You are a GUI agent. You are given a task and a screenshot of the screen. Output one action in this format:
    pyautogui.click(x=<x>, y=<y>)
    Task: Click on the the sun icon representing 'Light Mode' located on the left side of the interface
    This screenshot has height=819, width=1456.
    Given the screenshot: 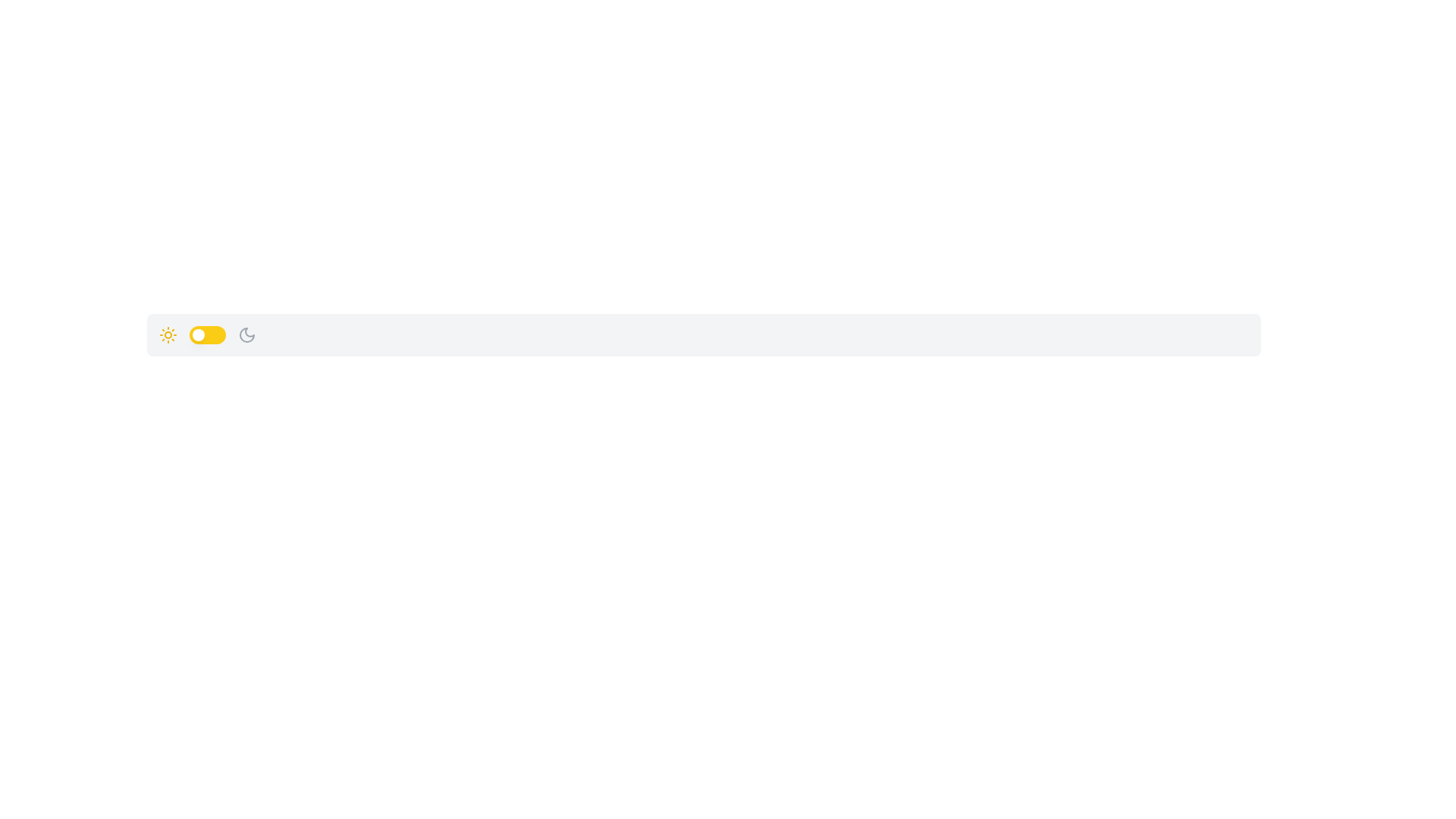 What is the action you would take?
    pyautogui.click(x=168, y=334)
    